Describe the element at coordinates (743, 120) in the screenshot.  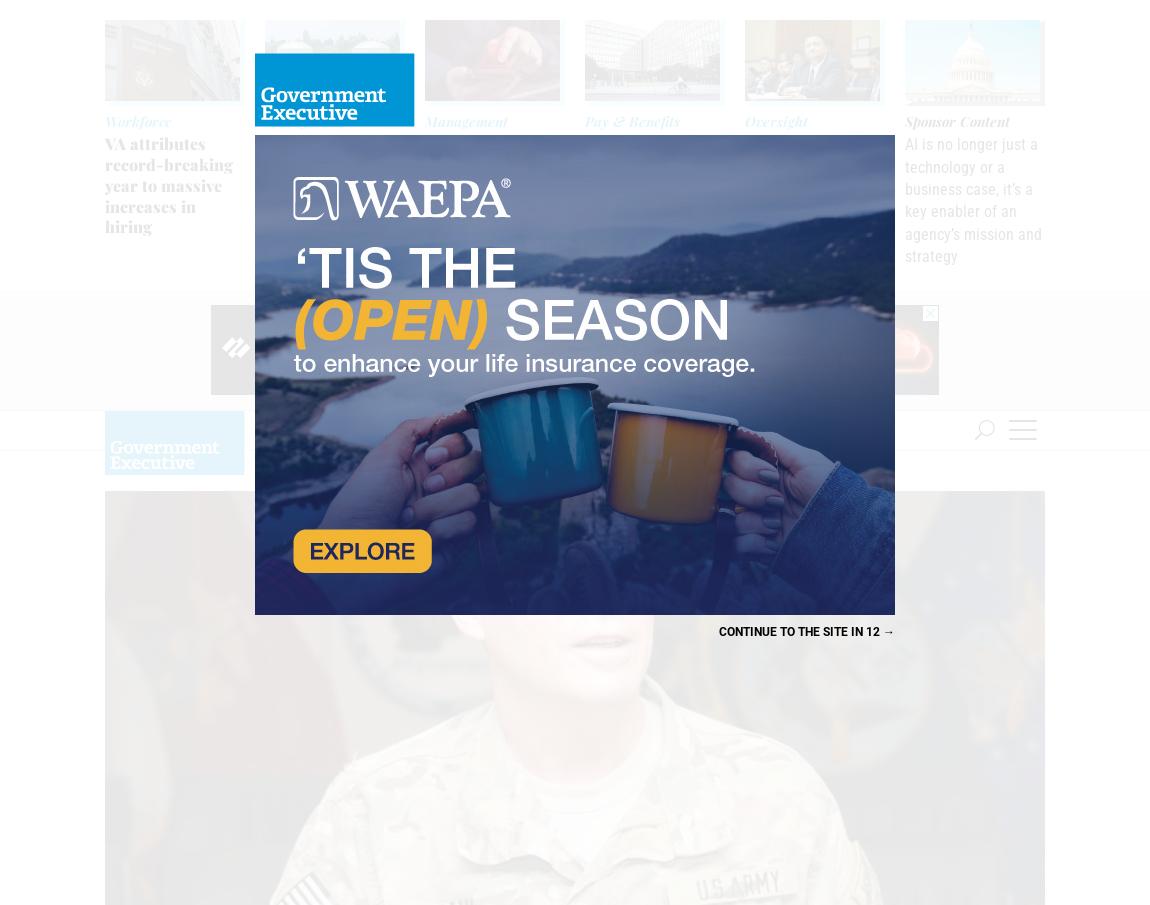
I see `'Oversight'` at that location.